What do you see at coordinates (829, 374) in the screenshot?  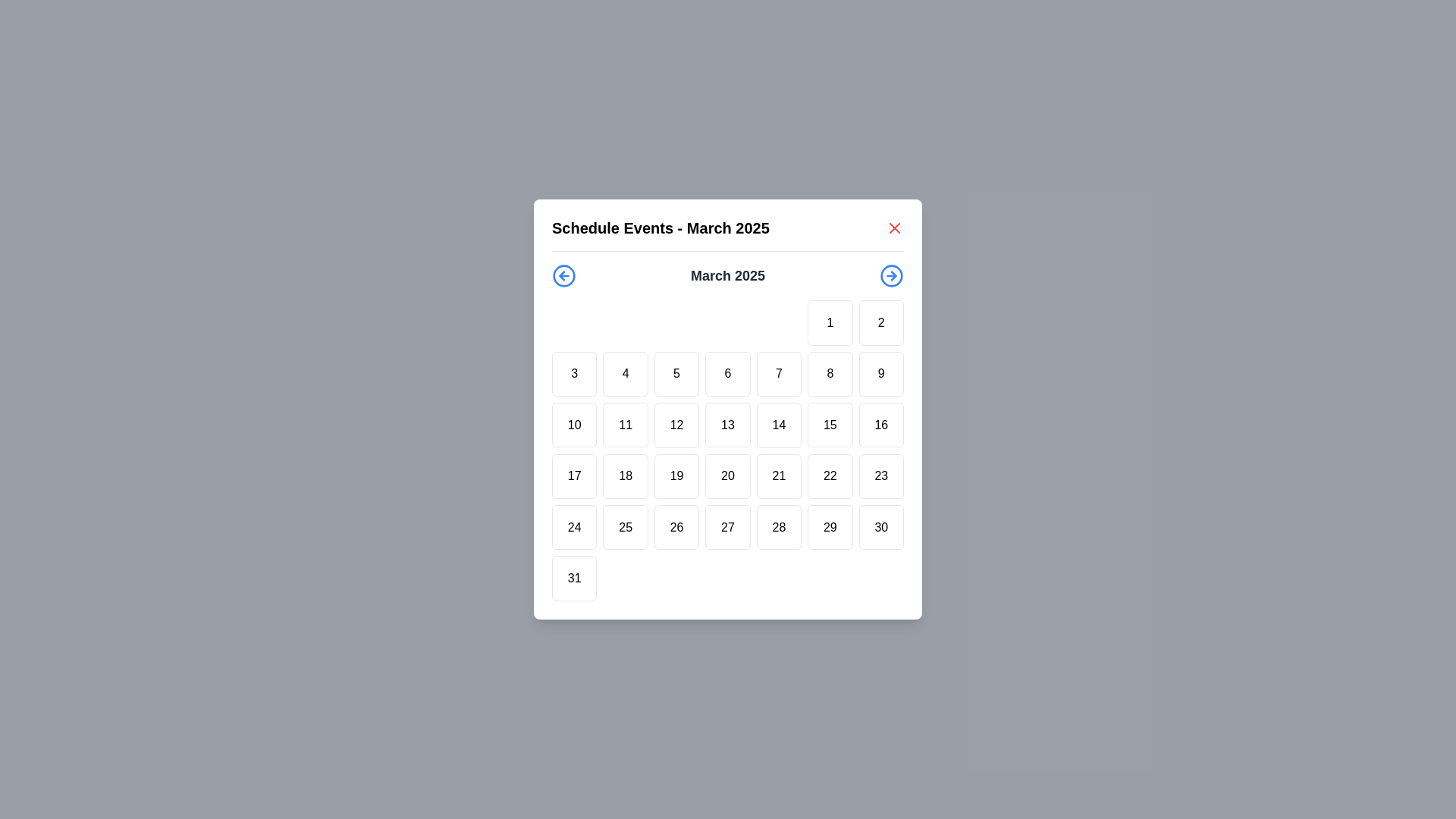 I see `the square-shaped button with the number '8' centered inside, located in the second row and sixth column of the calendar grid in the 'Schedule Events - March 2025' dialog box` at bounding box center [829, 374].